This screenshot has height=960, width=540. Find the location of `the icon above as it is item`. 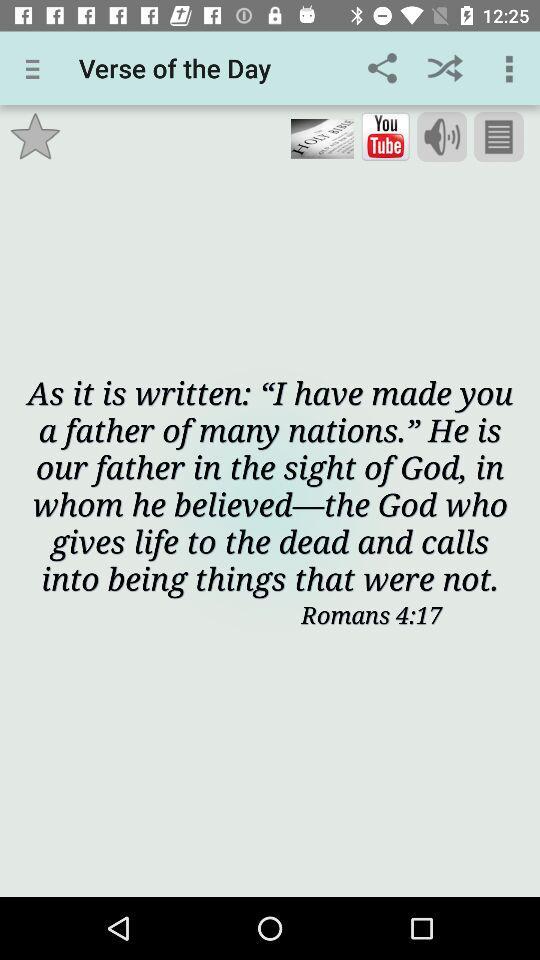

the icon above as it is item is located at coordinates (385, 136).